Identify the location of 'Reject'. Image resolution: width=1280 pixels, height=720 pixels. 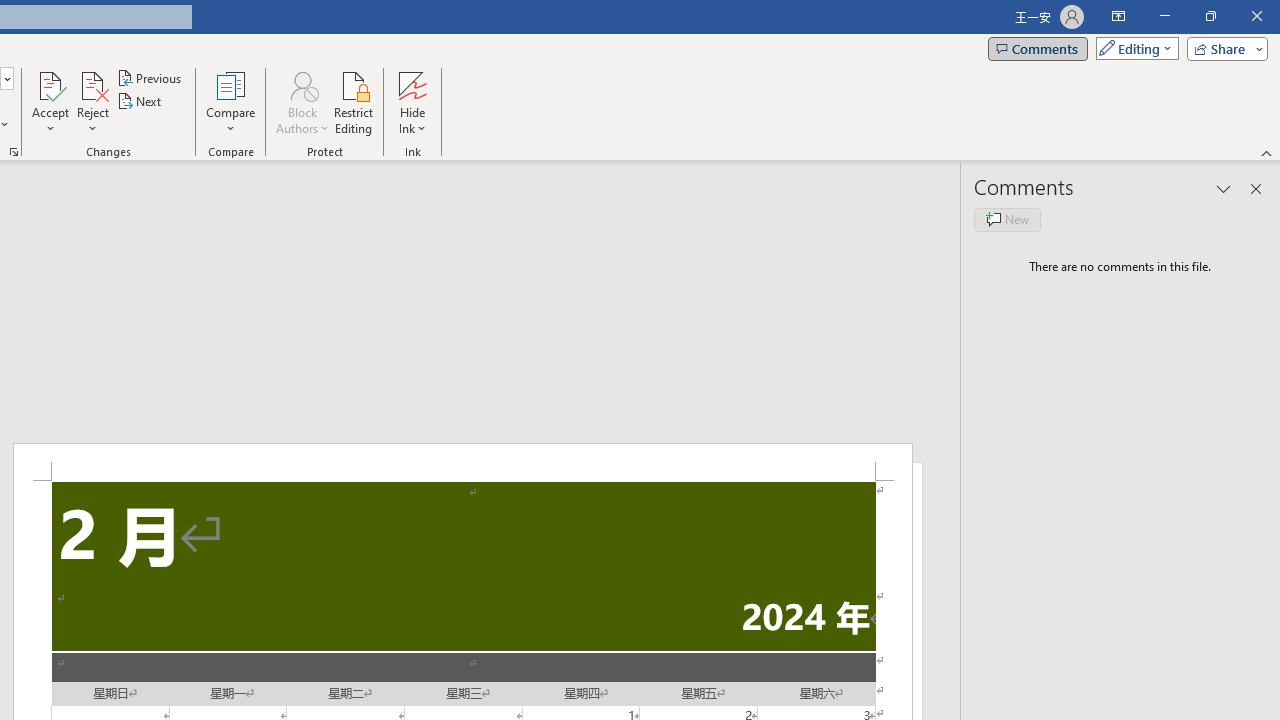
(91, 103).